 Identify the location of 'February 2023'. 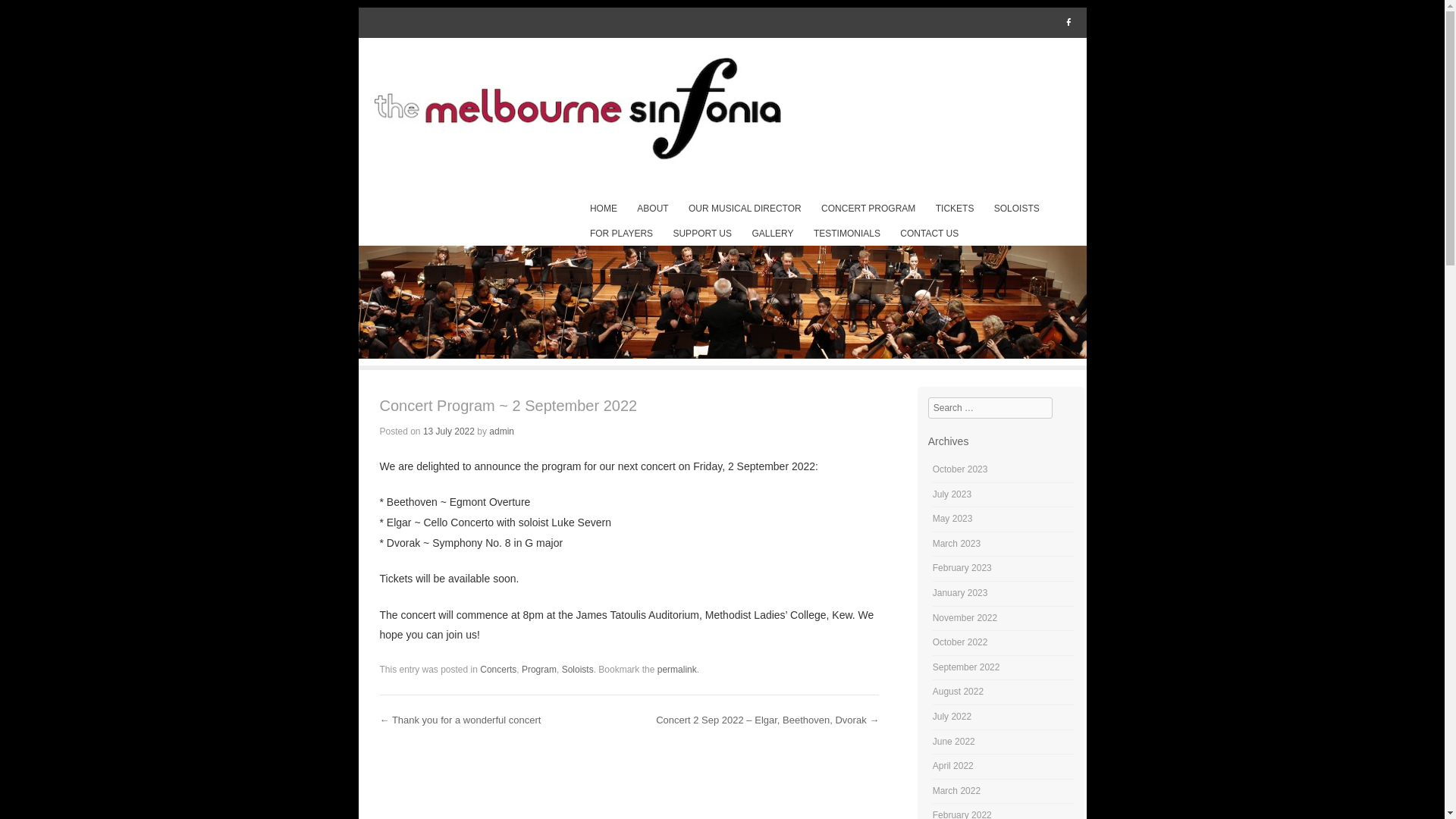
(961, 567).